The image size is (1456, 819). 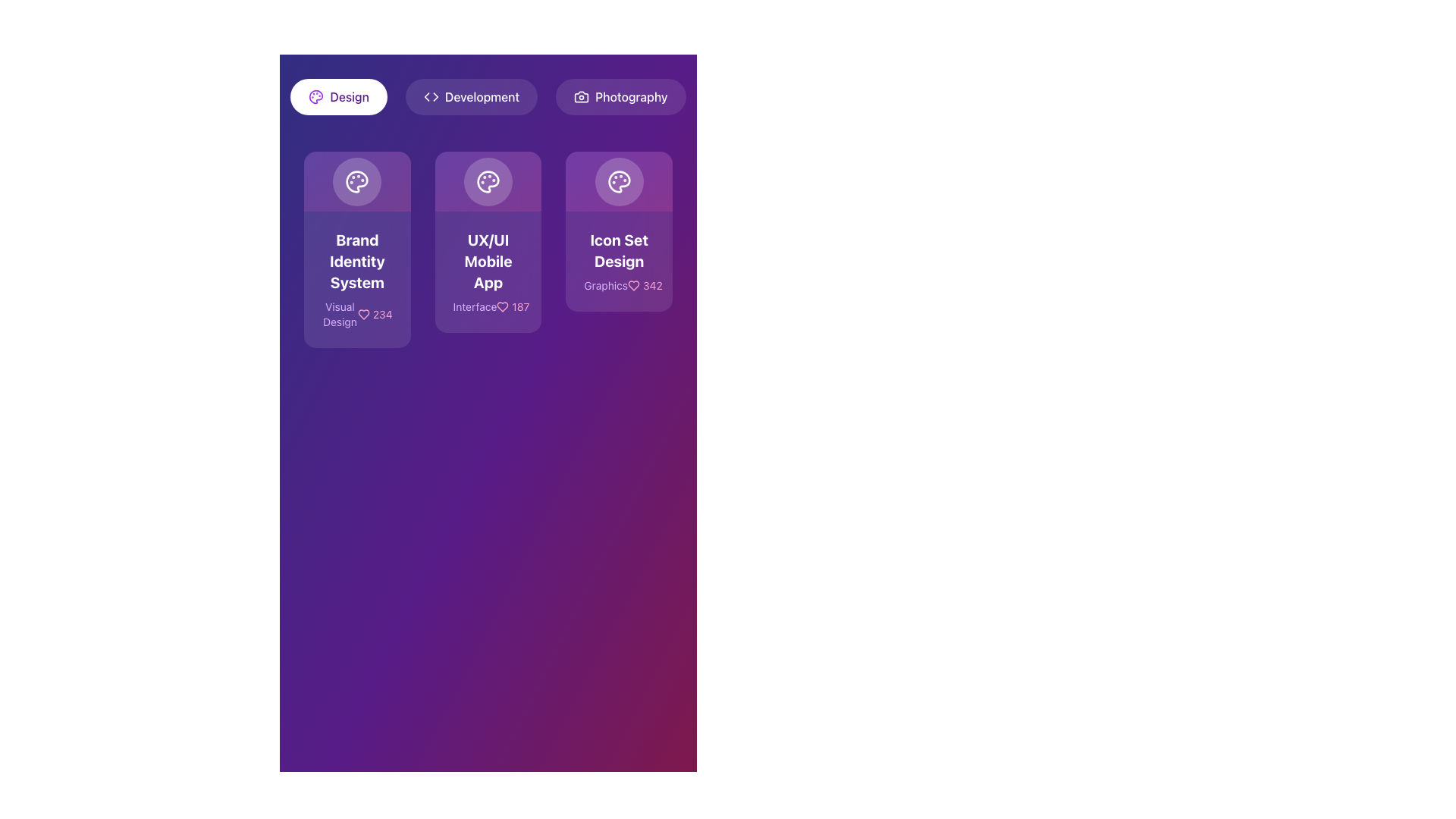 What do you see at coordinates (356, 180) in the screenshot?
I see `the circular button with an artist's palette icon, located in the top-left card above the text 'Brand Identity System'` at bounding box center [356, 180].